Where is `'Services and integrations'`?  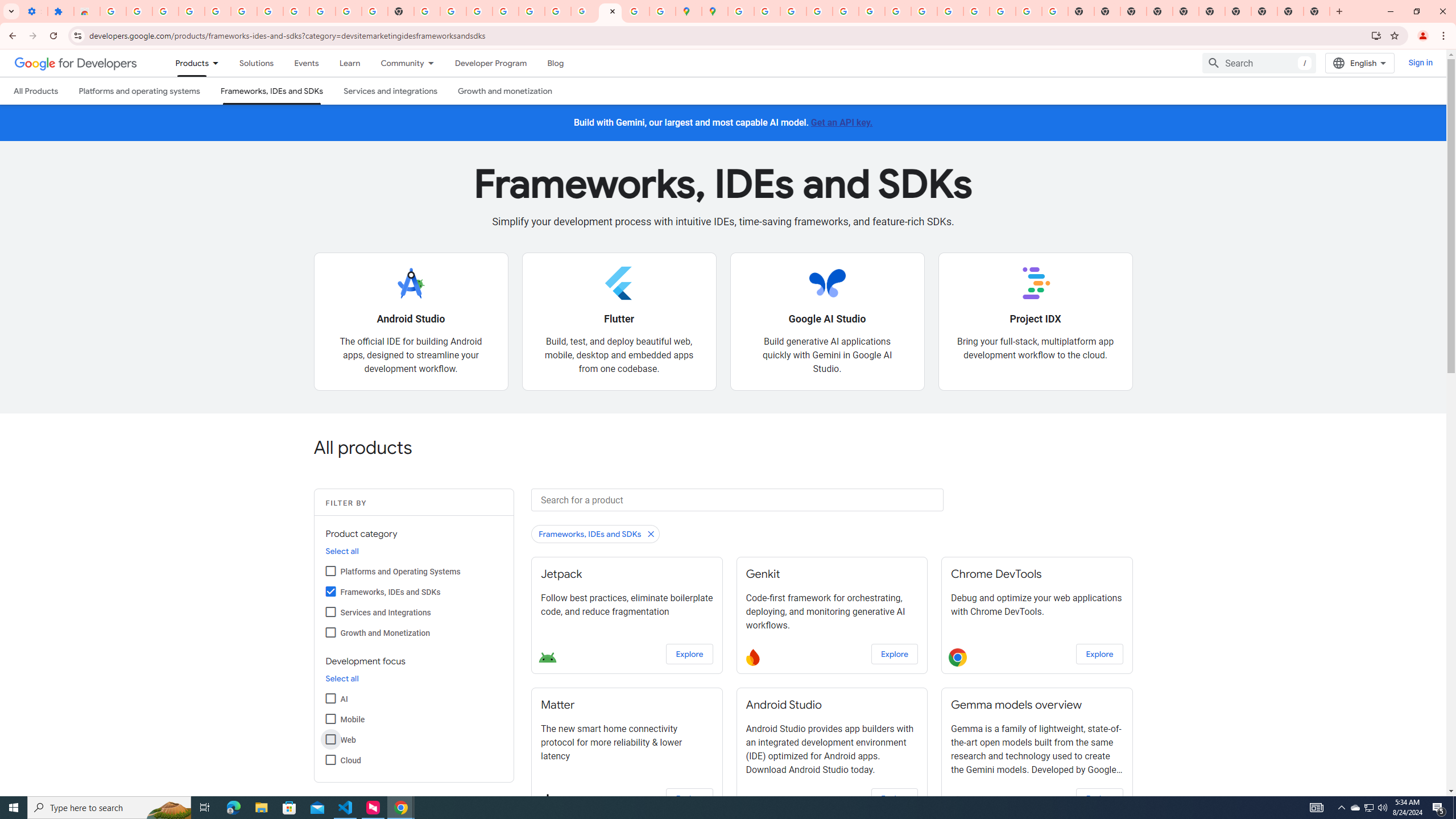
'Services and integrations' is located at coordinates (390, 90).